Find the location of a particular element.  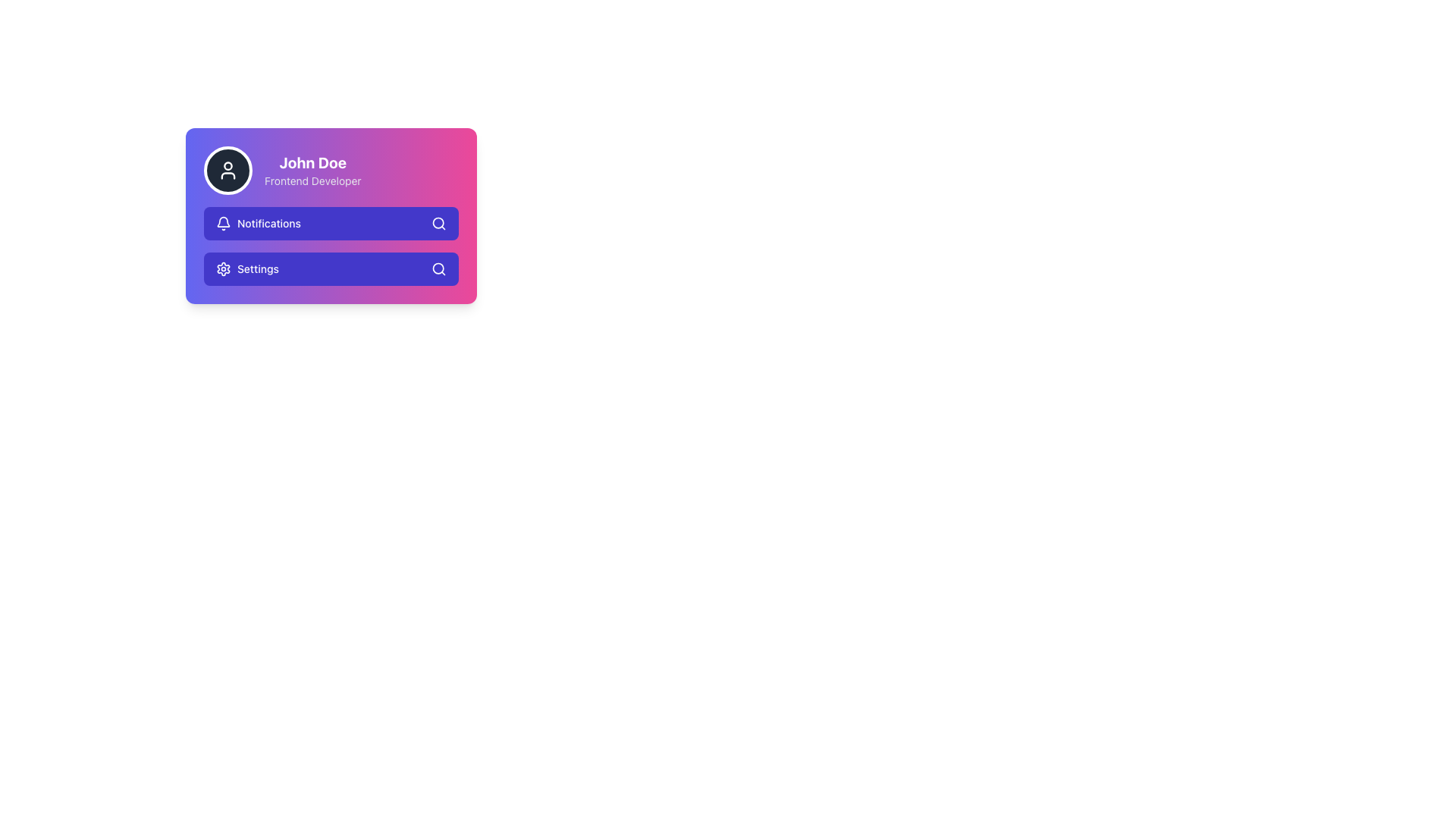

the second button under the 'Notifications' section is located at coordinates (330, 268).